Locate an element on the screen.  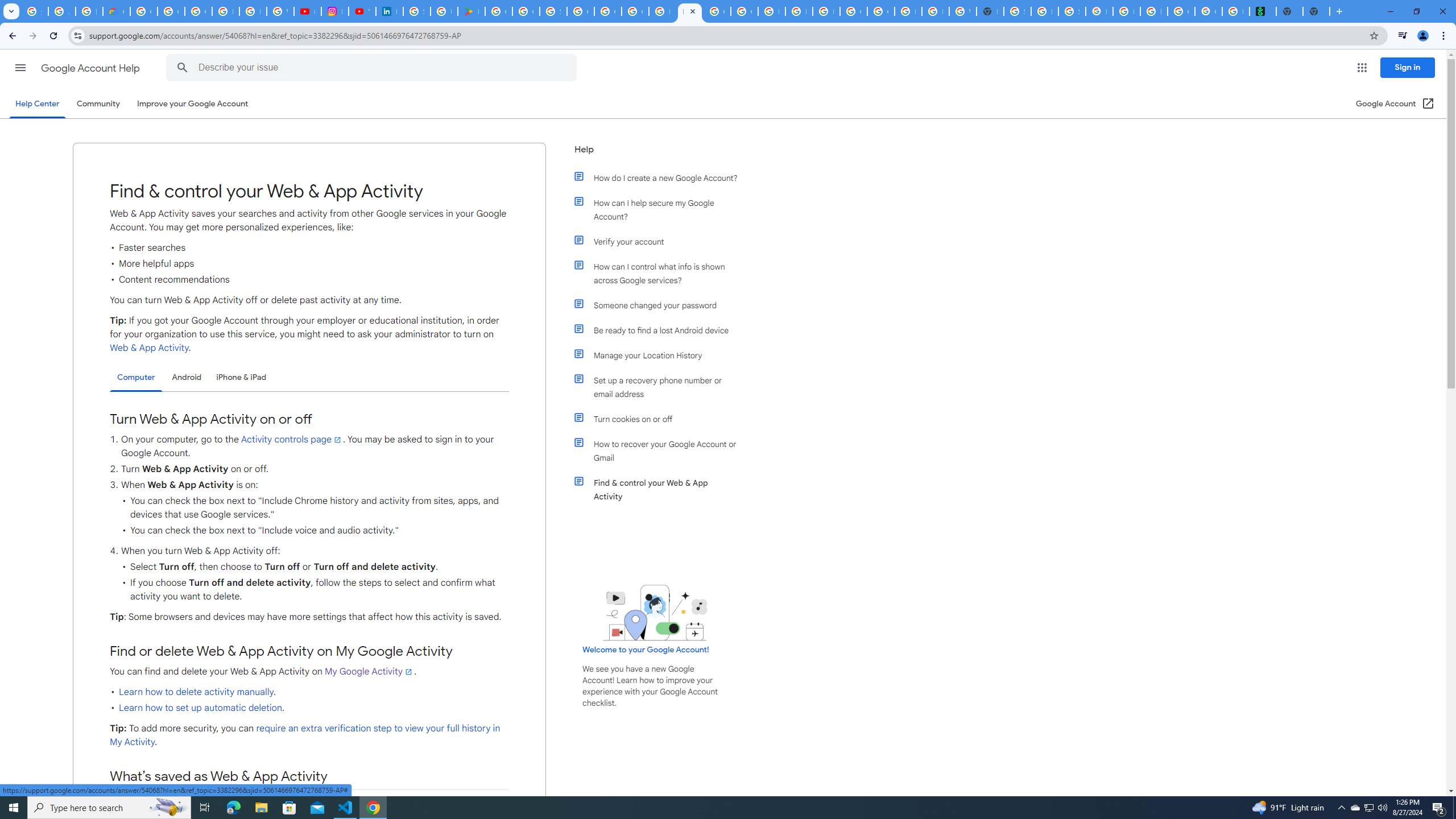
'My Google Activity' is located at coordinates (369, 671).